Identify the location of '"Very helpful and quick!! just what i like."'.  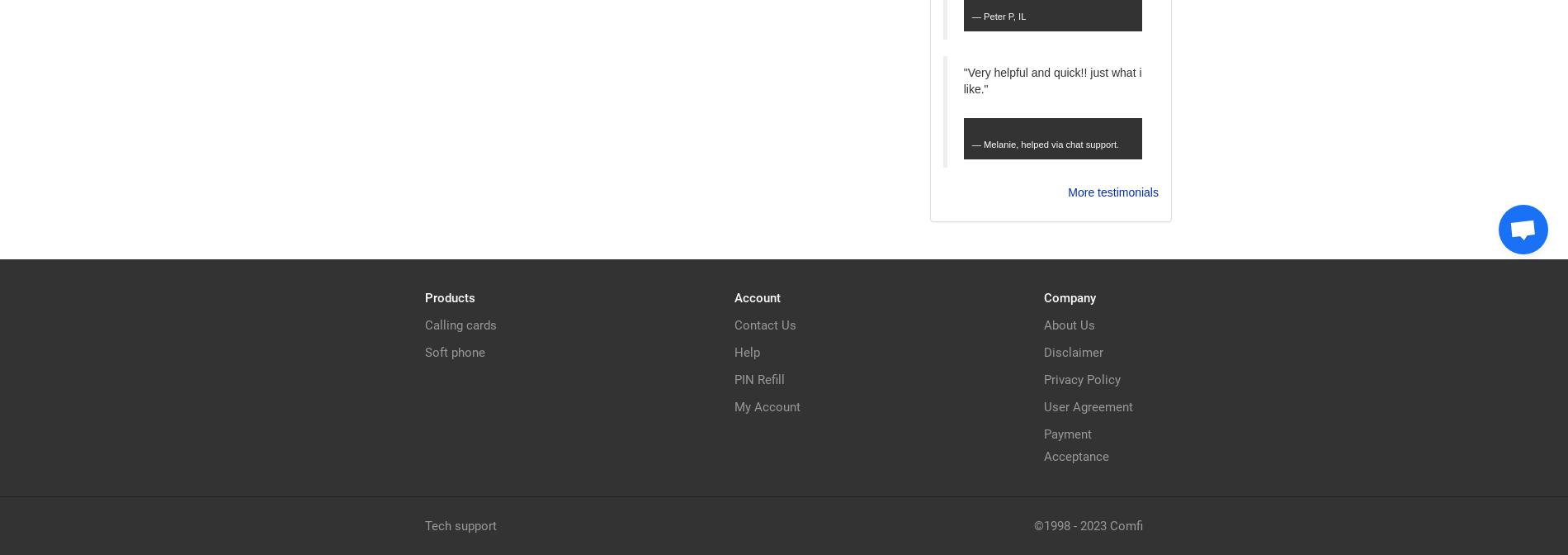
(962, 79).